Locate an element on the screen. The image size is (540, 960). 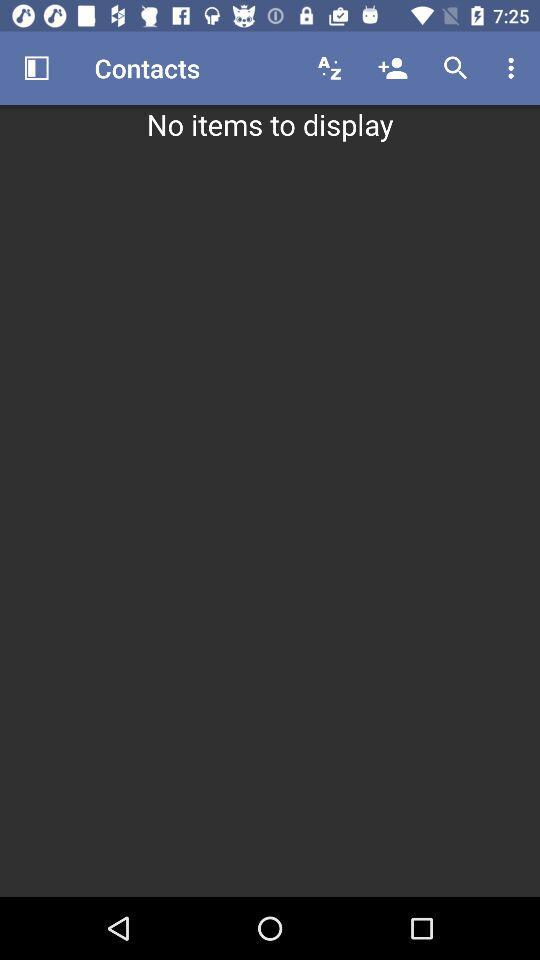
the icon next to contacts is located at coordinates (329, 68).